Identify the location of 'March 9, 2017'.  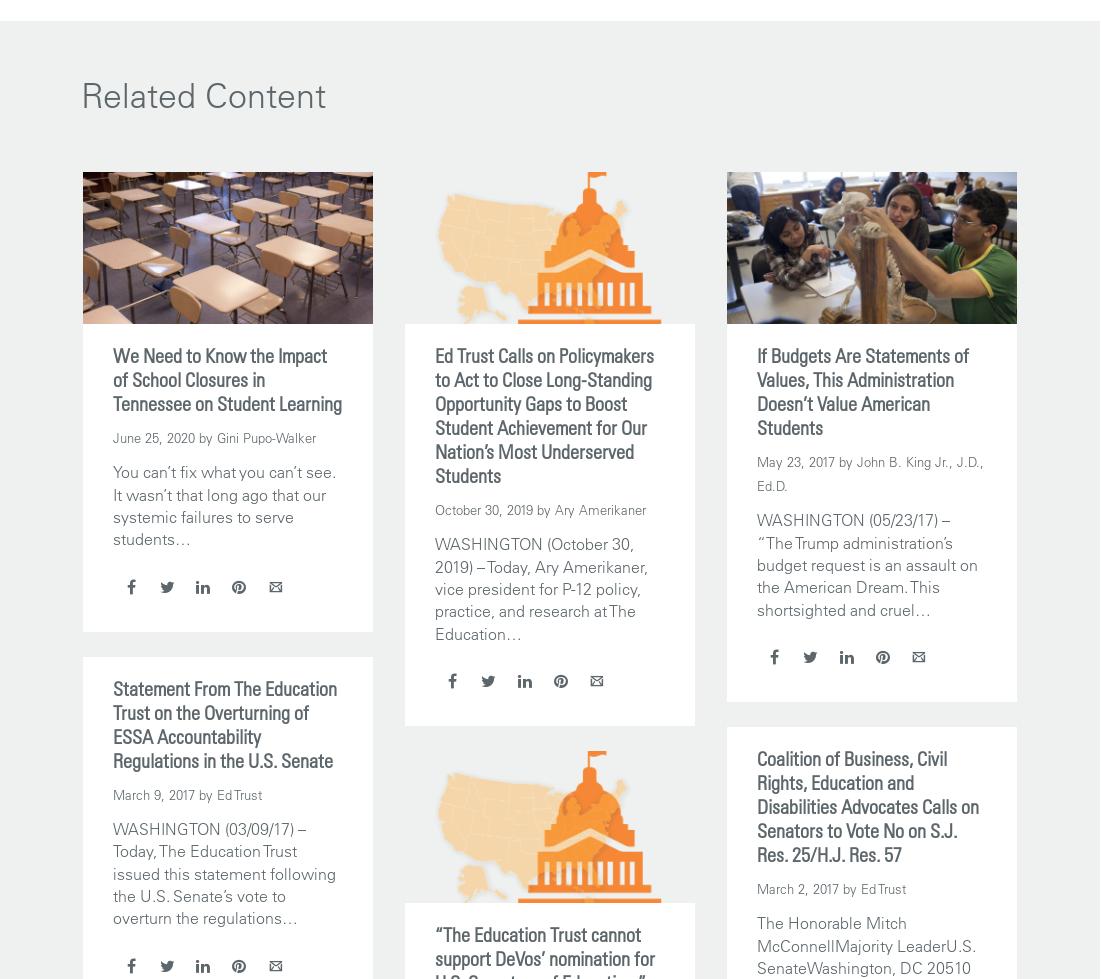
(153, 792).